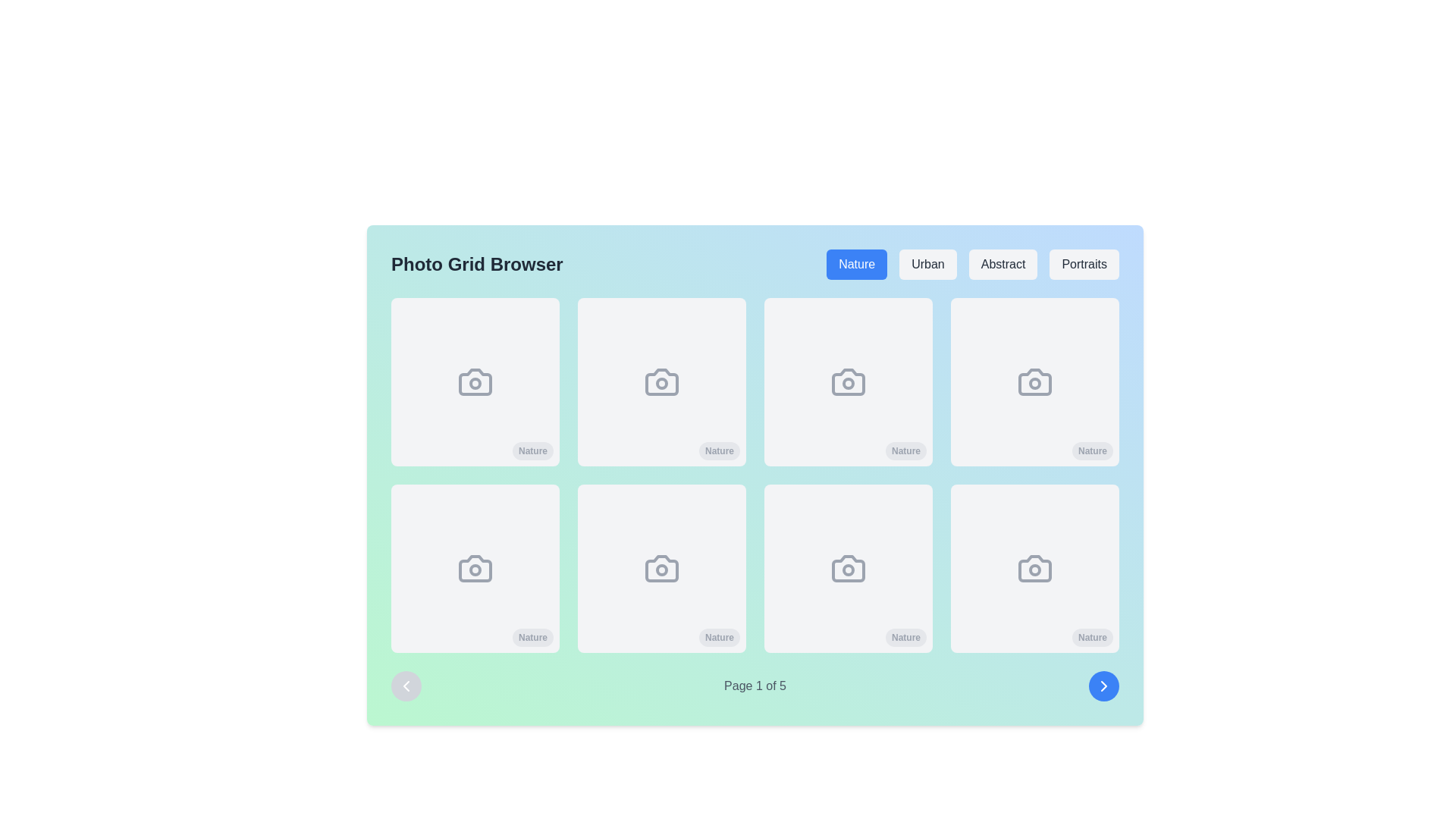 This screenshot has height=819, width=1456. Describe the element at coordinates (1034, 570) in the screenshot. I see `the SVG circle that represents the lens or focus area of the camera icon, which is centrally positioned within the camera icon's viewport` at that location.